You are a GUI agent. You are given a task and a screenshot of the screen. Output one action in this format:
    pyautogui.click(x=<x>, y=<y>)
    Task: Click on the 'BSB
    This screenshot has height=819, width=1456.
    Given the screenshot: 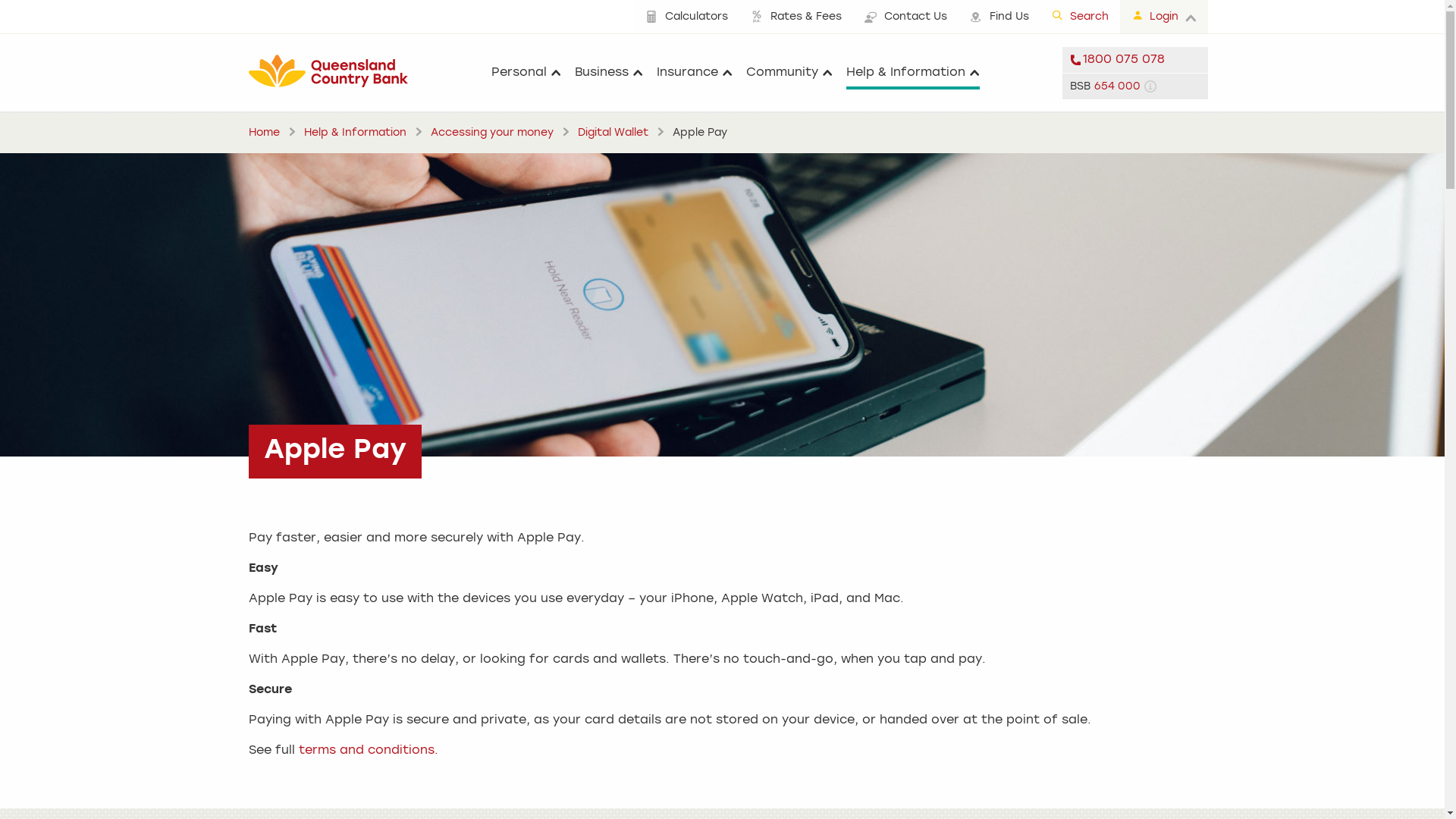 What is the action you would take?
    pyautogui.click(x=1134, y=85)
    